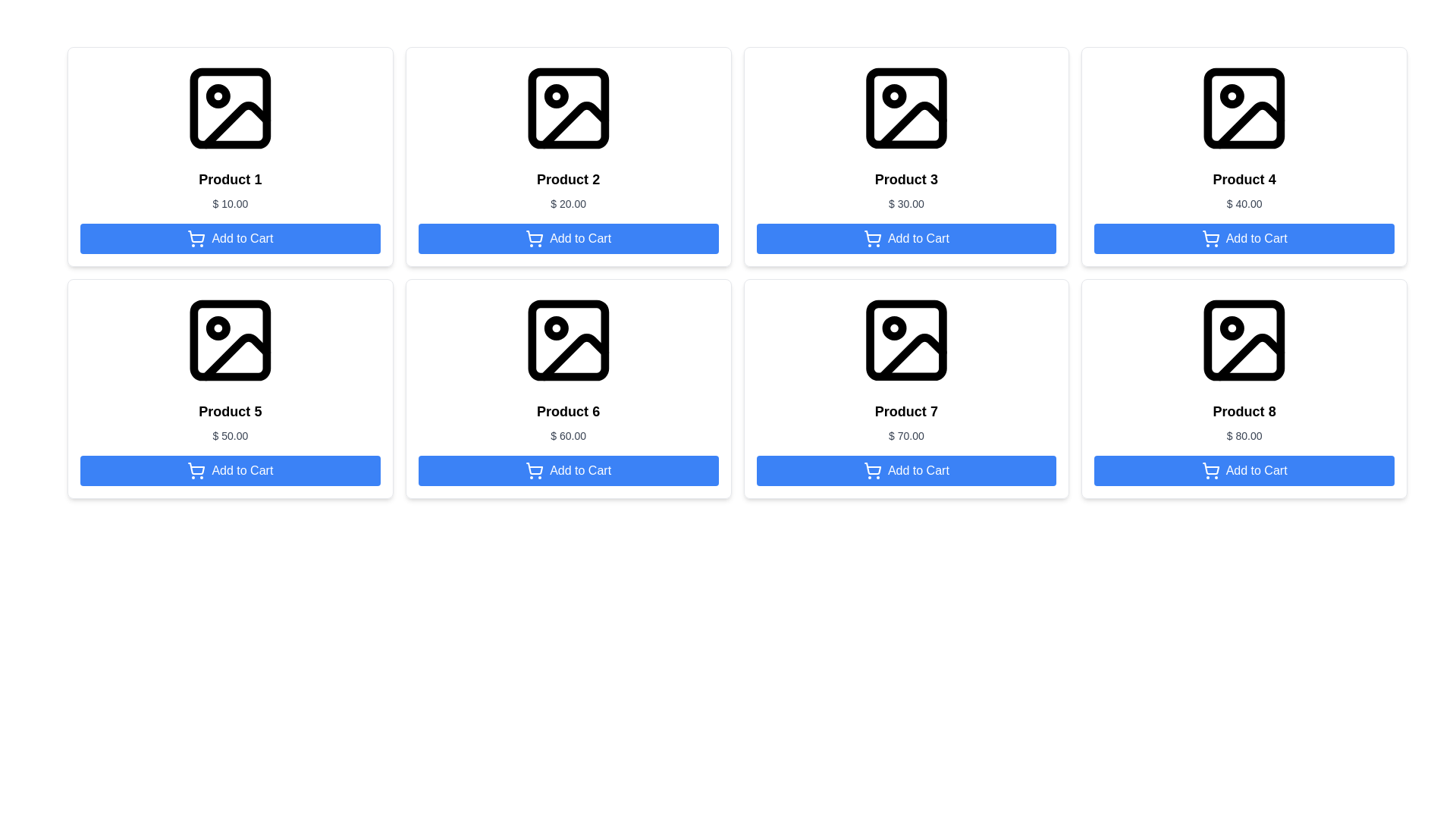  What do you see at coordinates (567, 435) in the screenshot?
I see `price displayed on the static text label for 'Product 6', located at the bottom of its product card, above the 'Add to Cart' button` at bounding box center [567, 435].